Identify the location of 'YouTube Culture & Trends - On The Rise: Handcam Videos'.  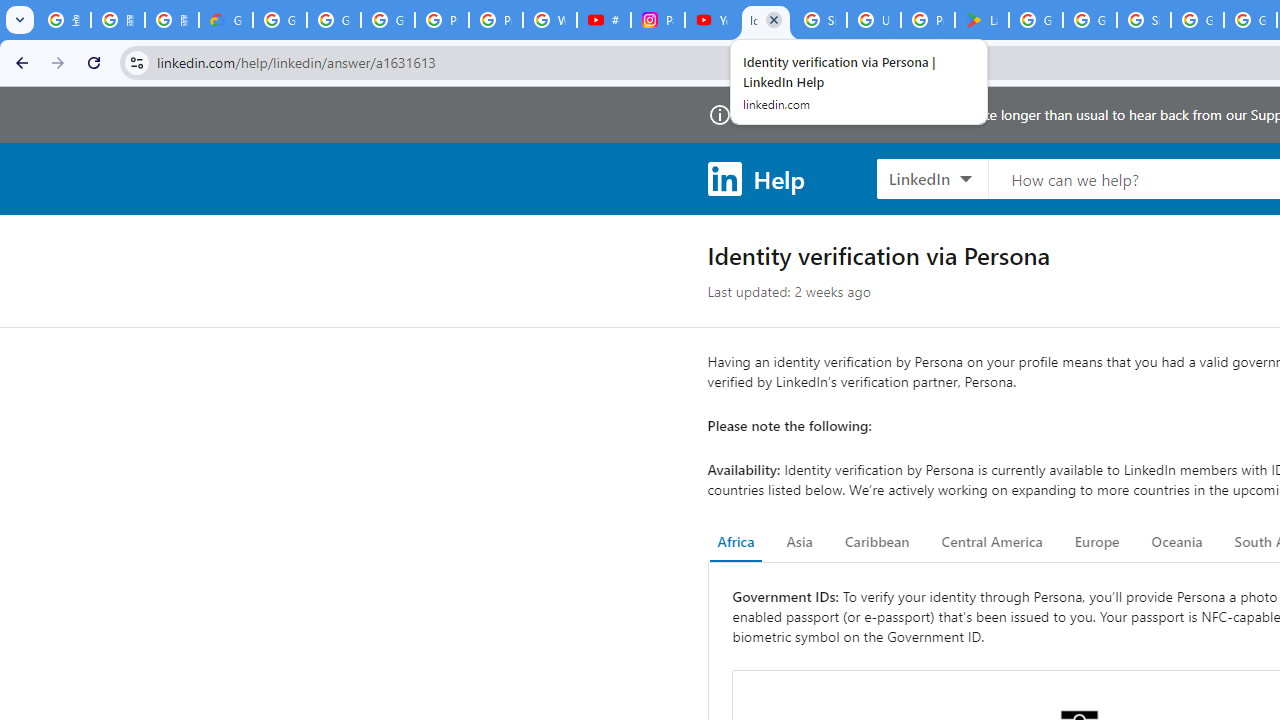
(711, 20).